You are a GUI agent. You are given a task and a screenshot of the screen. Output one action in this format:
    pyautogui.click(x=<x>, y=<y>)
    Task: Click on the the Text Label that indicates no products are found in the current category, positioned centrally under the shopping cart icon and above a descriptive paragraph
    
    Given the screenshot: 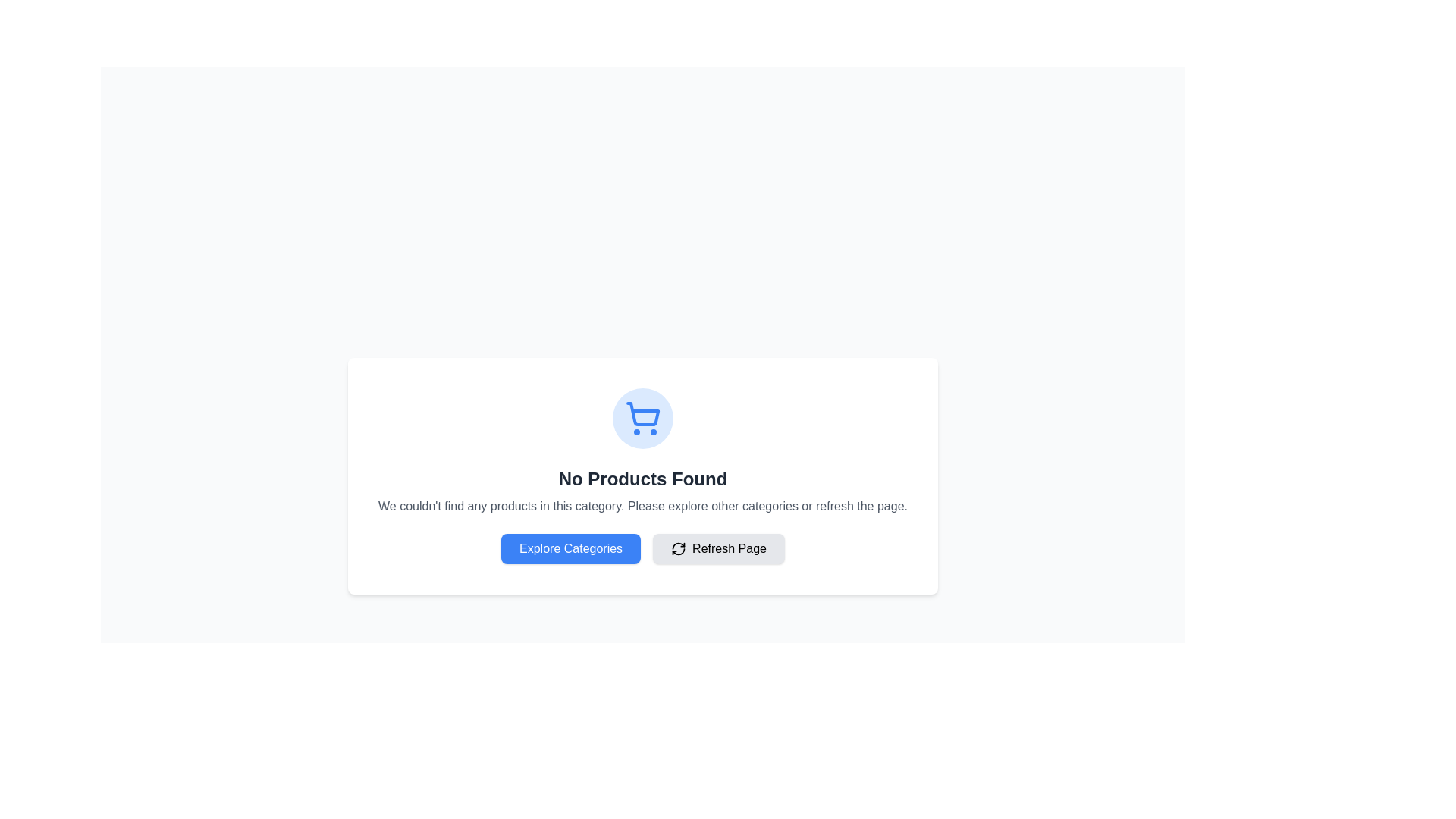 What is the action you would take?
    pyautogui.click(x=643, y=479)
    